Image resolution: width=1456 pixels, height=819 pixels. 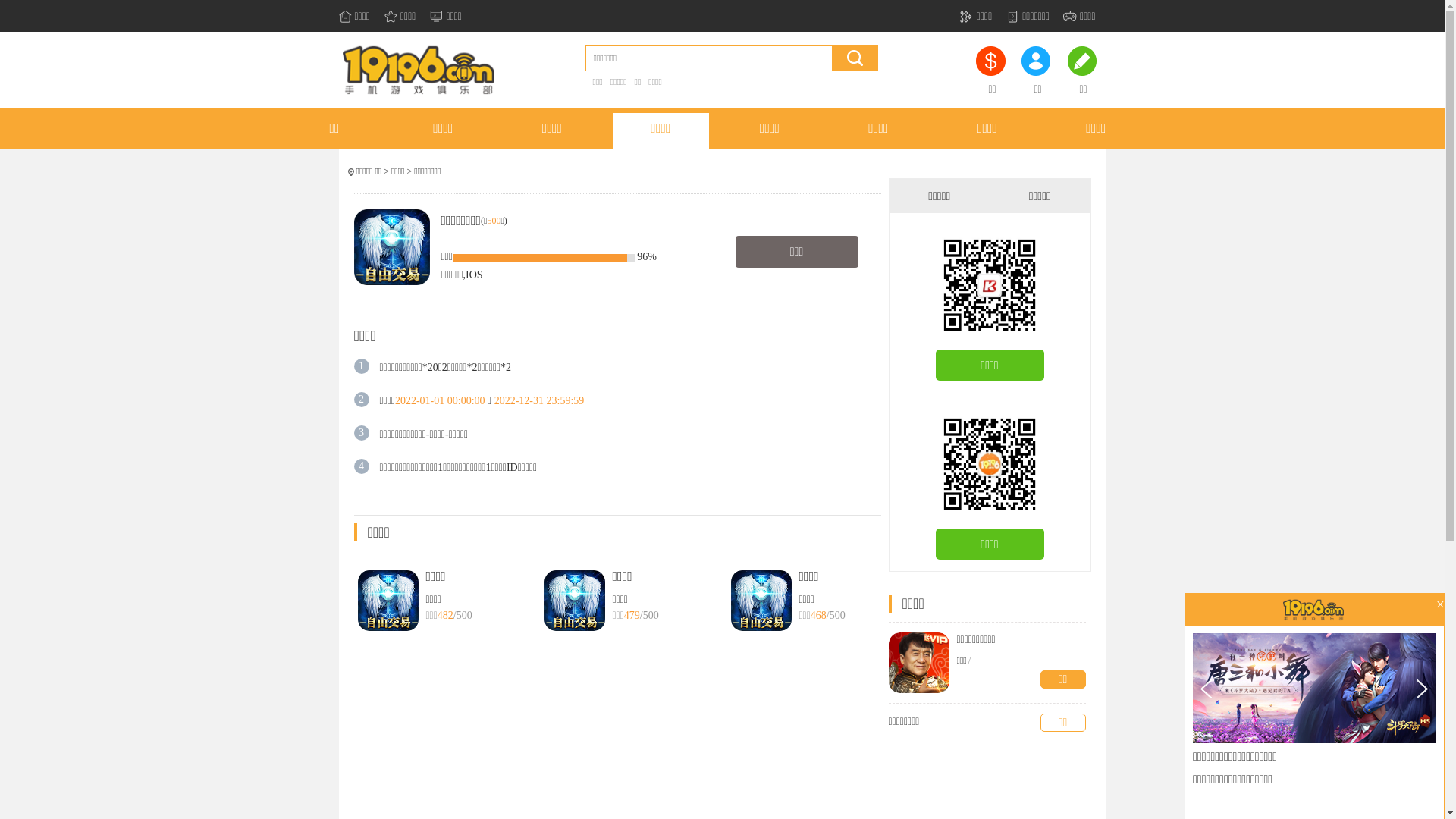 I want to click on '>', so click(x=1415, y=689).